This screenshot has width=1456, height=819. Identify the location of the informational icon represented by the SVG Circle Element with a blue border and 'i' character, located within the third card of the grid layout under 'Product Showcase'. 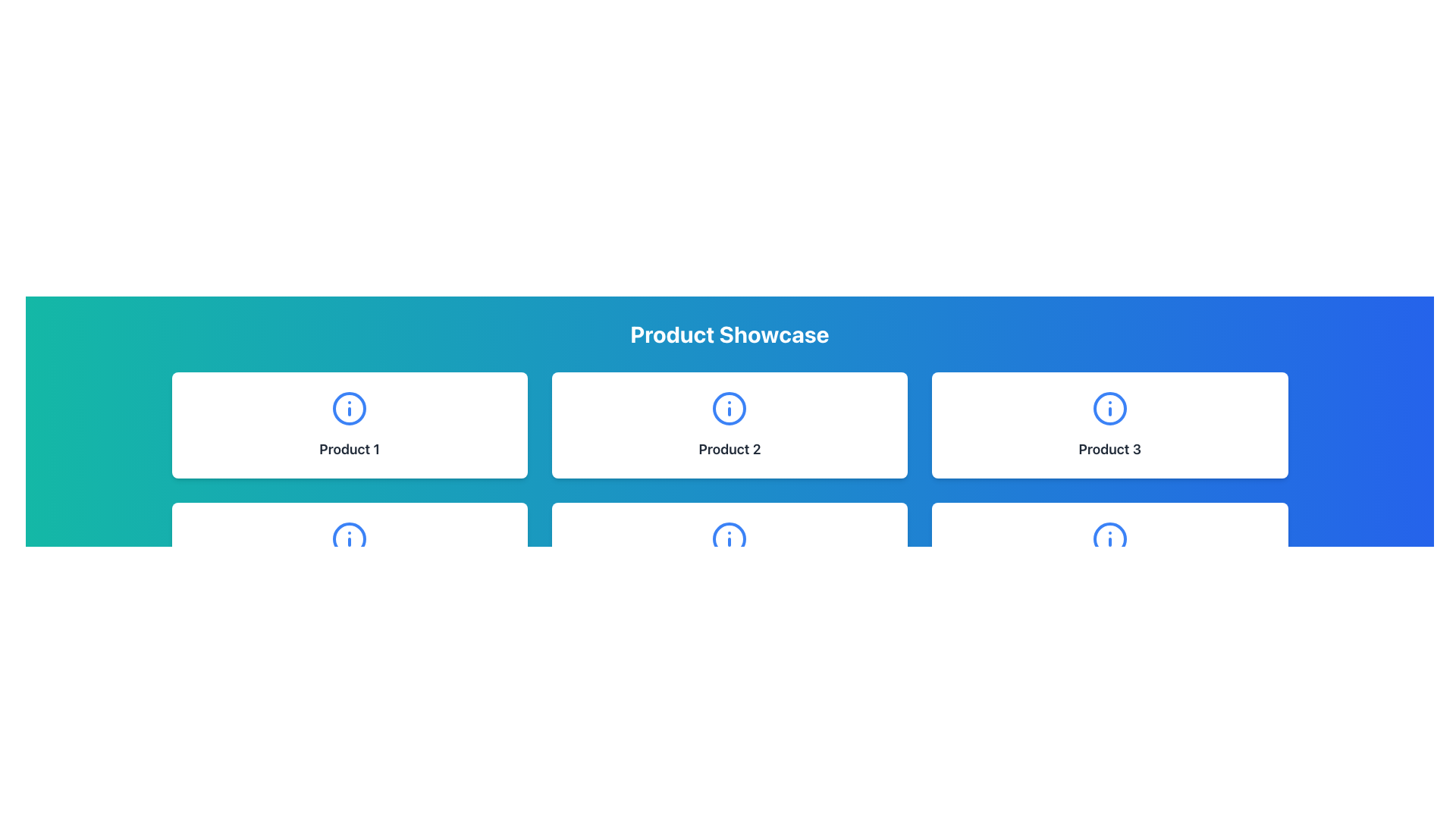
(1109, 408).